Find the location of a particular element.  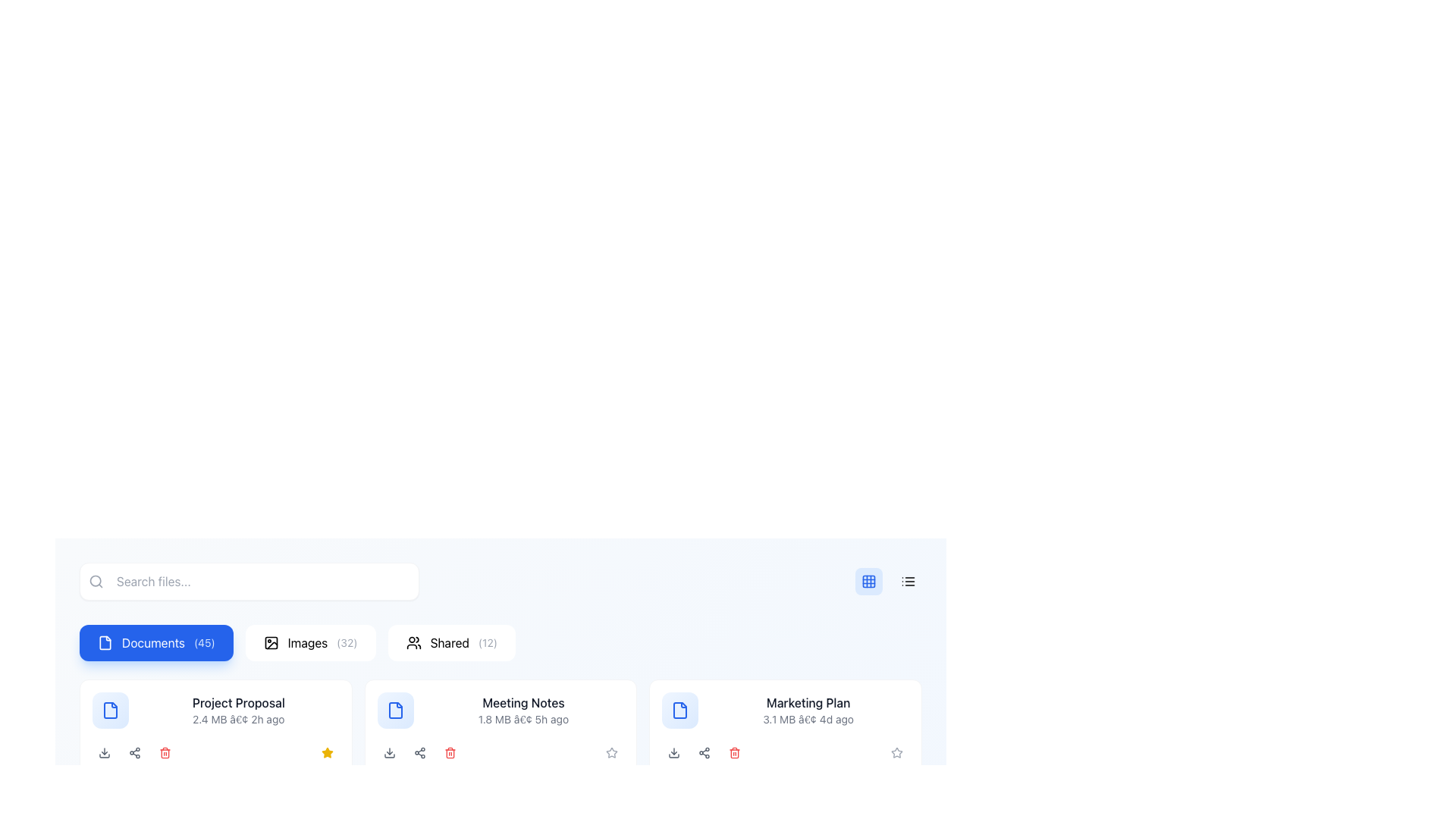

the leftmost button below the 'Meeting Notes' card in the 'Documents' section to download the file is located at coordinates (389, 752).